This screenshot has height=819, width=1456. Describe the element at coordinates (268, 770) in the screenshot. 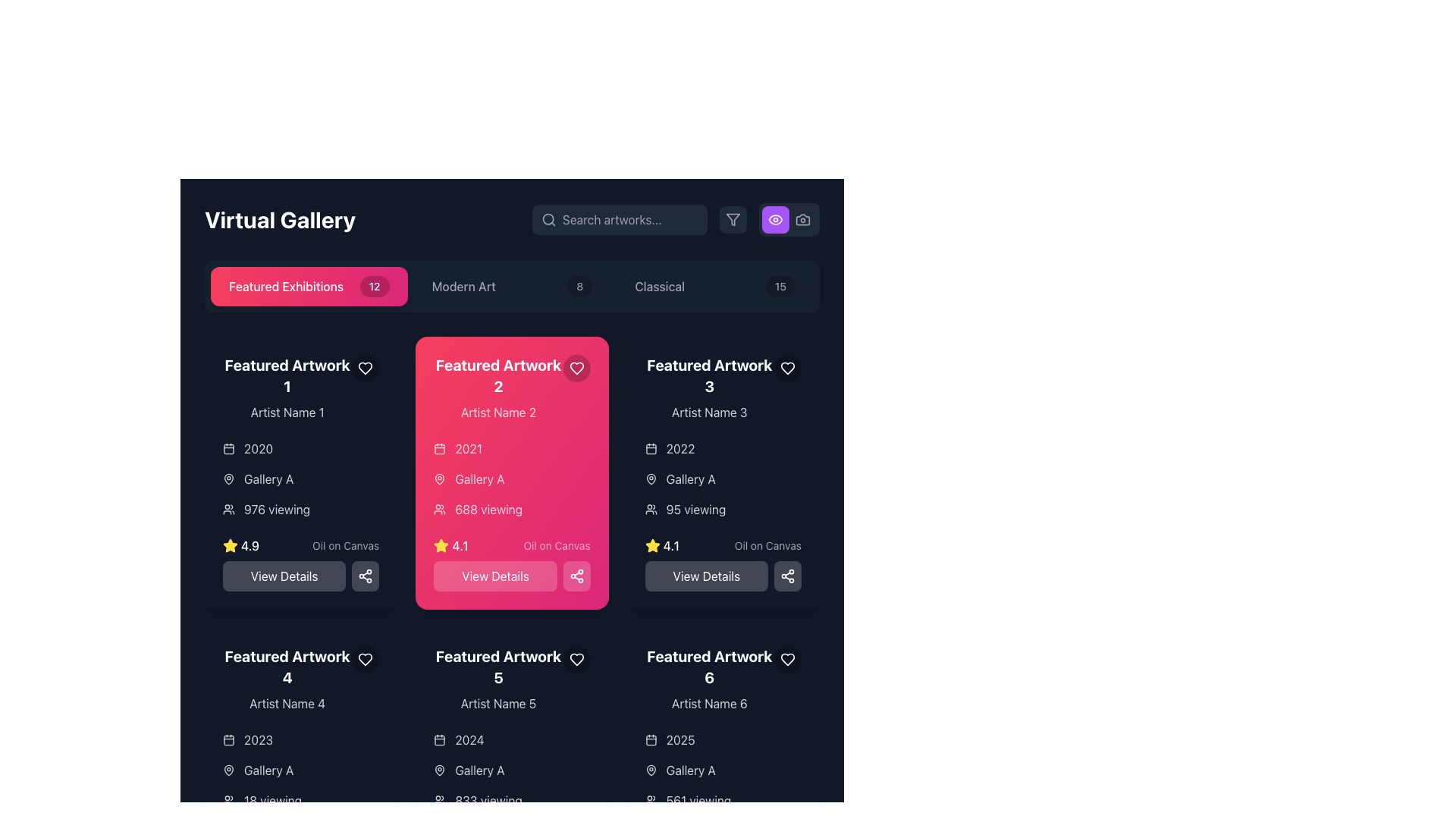

I see `the text label UI element that conveys the name of the gallery associated with 'Featured Artwork 4'` at that location.